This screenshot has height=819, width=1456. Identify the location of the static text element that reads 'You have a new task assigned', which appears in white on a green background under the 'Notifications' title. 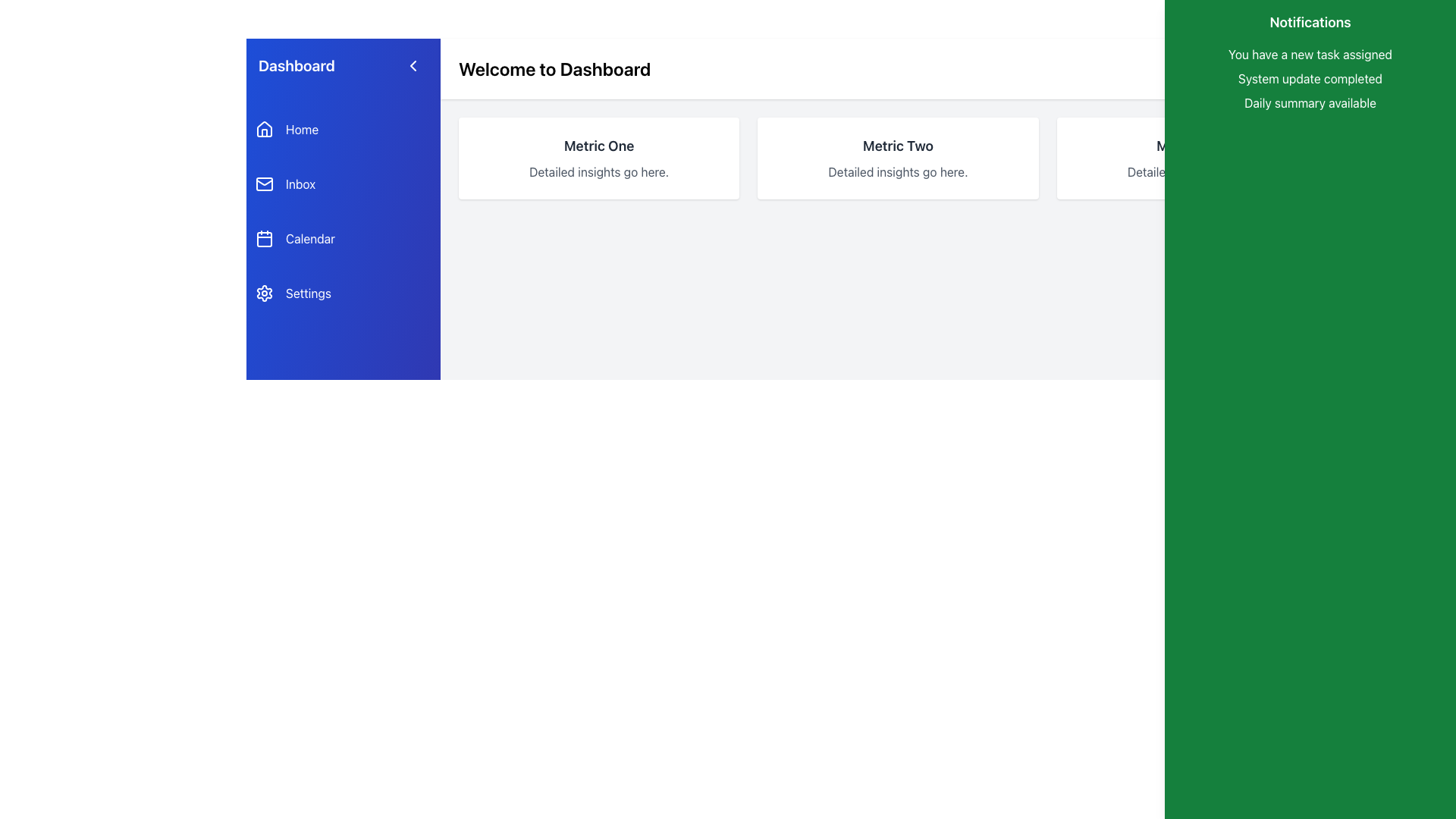
(1310, 54).